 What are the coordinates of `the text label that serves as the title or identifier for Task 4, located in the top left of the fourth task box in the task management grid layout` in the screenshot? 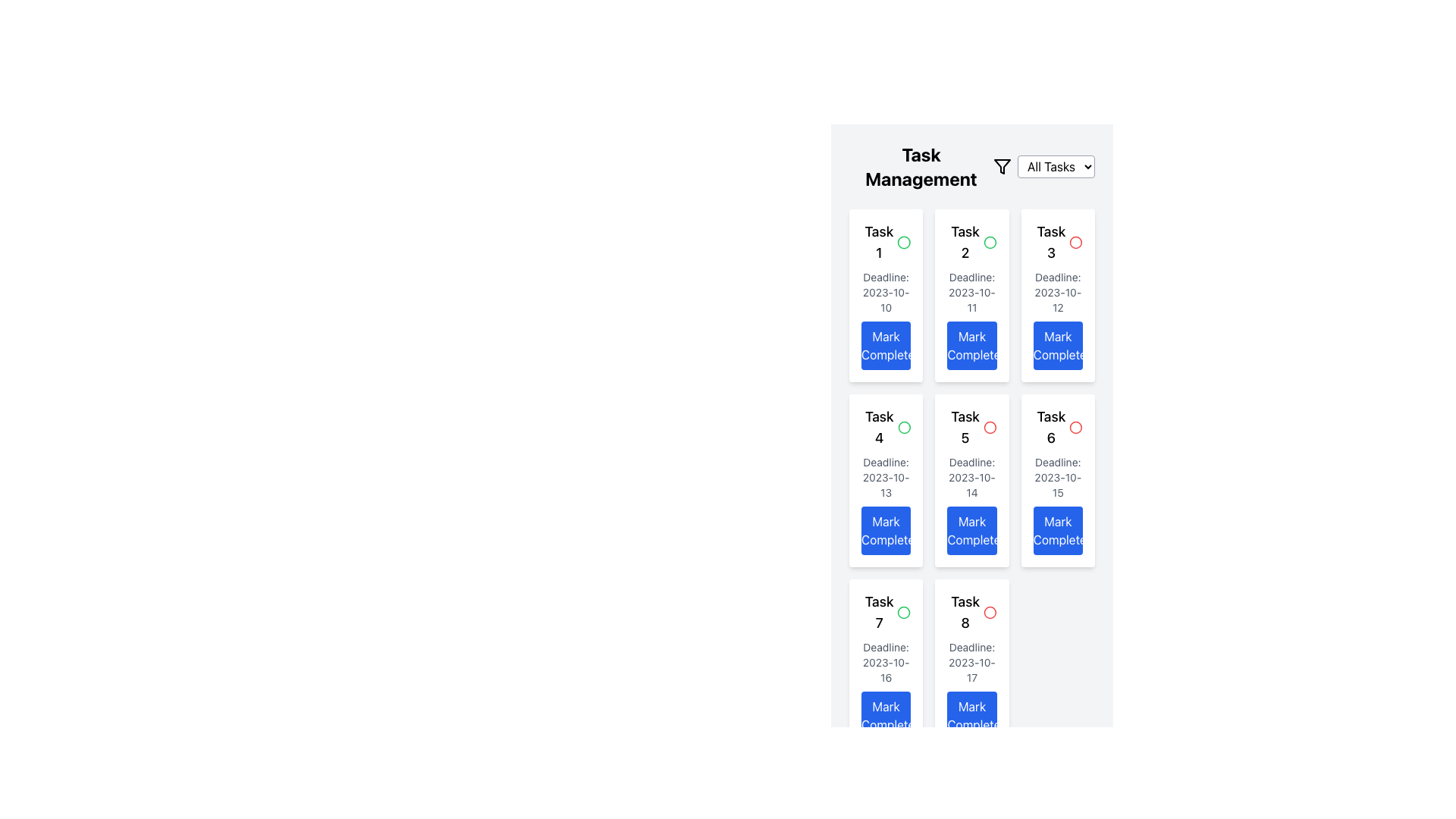 It's located at (879, 427).